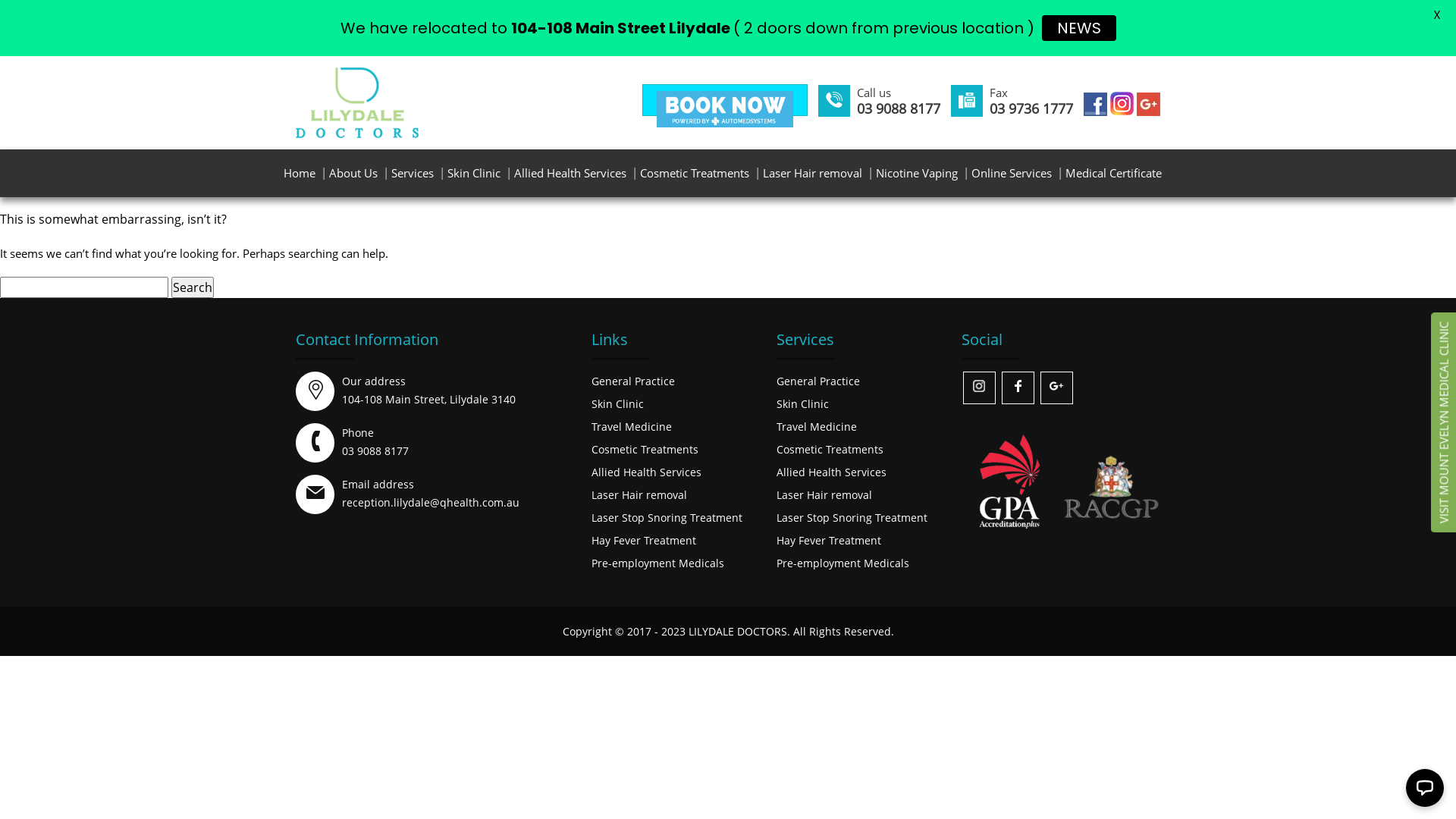 The height and width of the screenshot is (819, 1456). Describe the element at coordinates (1078, 28) in the screenshot. I see `'NEWS'` at that location.